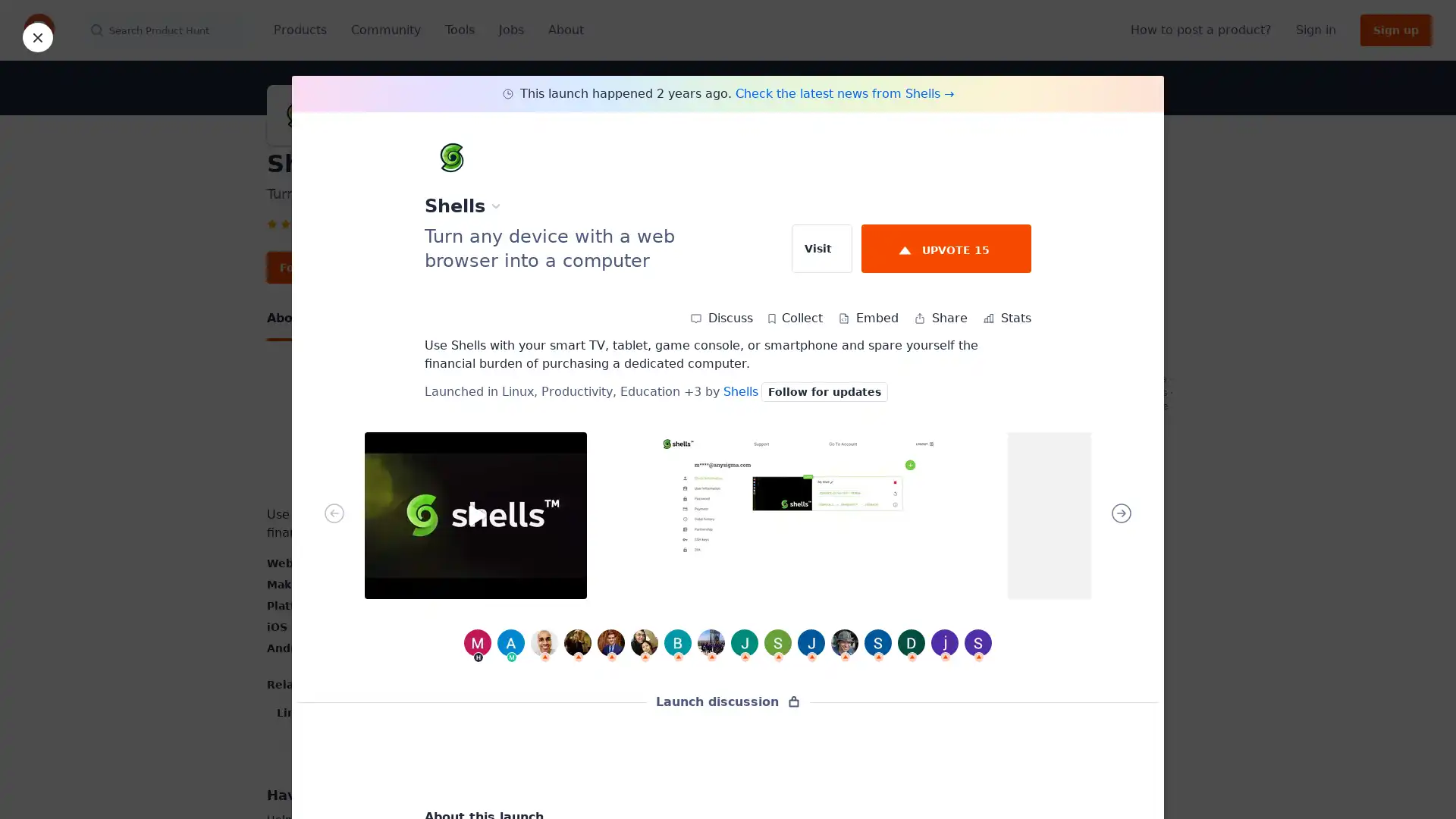  What do you see at coordinates (796, 514) in the screenshot?
I see `Shells gallery image` at bounding box center [796, 514].